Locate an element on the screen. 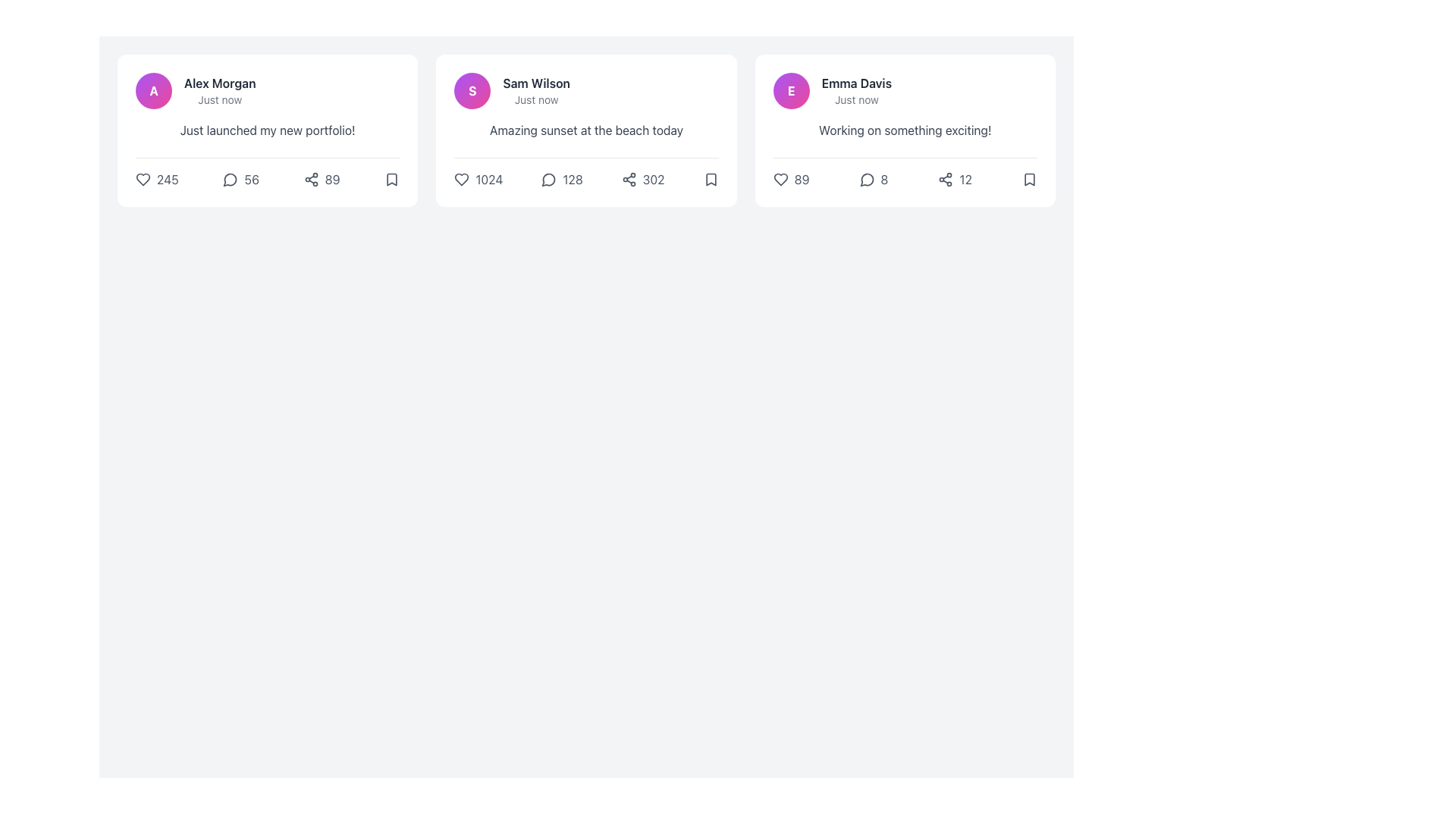  the circular avatar with a gradient background transitioning from purple to pink, containing the white letter 'A' in the center, located to the left of the text 'Alex Morgan' and 'Just now' is located at coordinates (153, 90).